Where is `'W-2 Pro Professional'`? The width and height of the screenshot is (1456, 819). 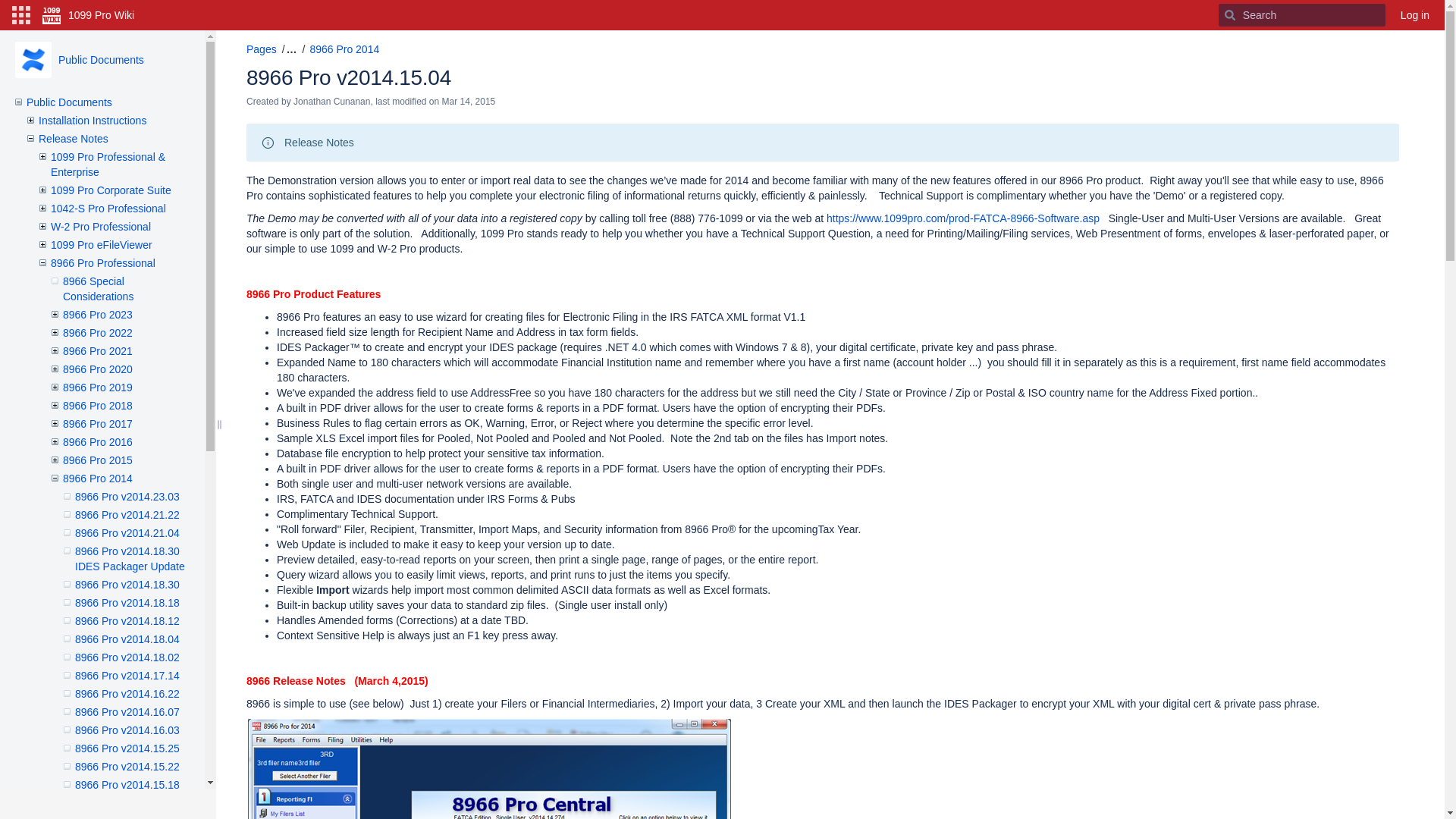
'W-2 Pro Professional' is located at coordinates (100, 227).